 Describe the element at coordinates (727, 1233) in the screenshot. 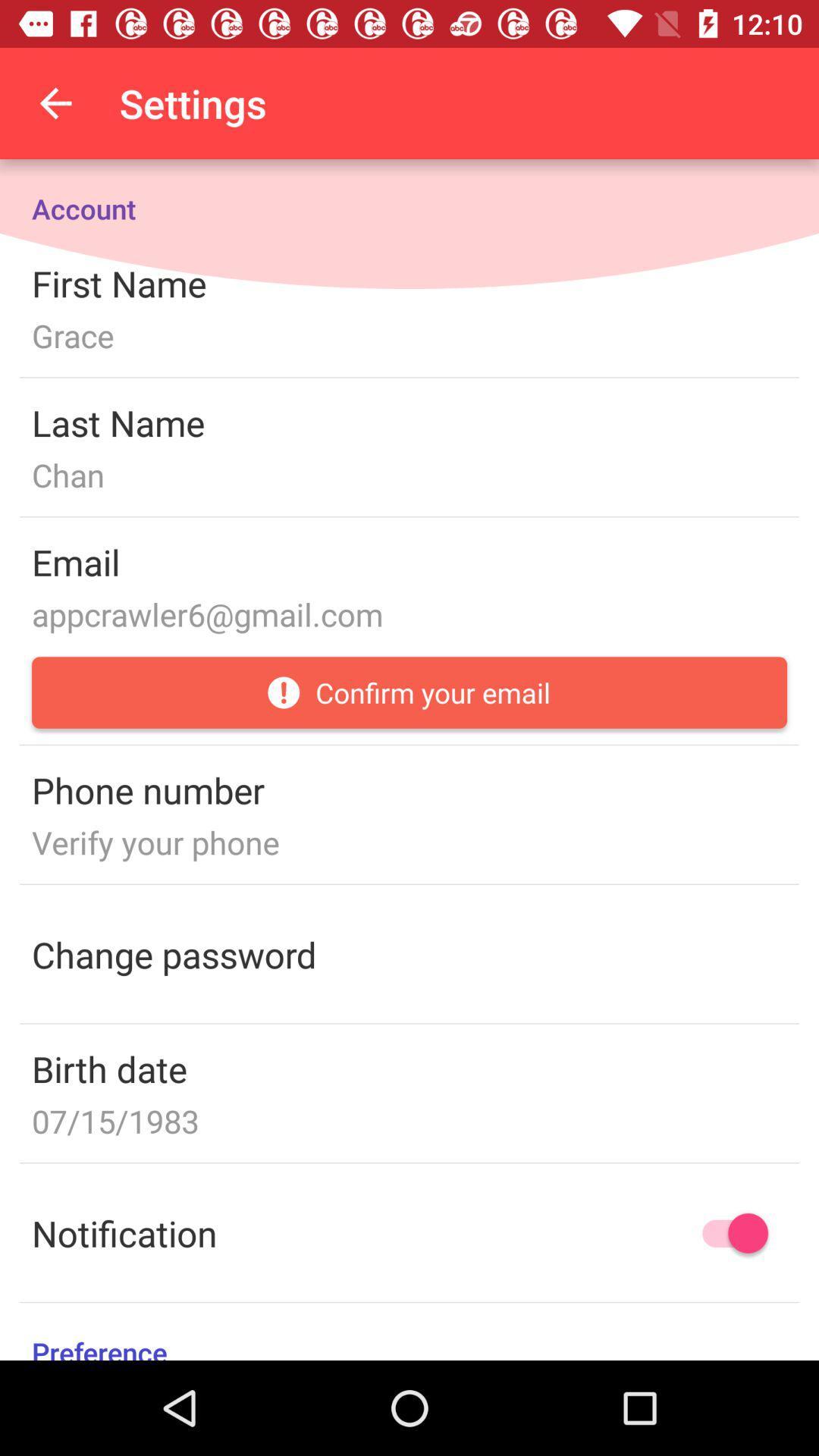

I see `notifications` at that location.